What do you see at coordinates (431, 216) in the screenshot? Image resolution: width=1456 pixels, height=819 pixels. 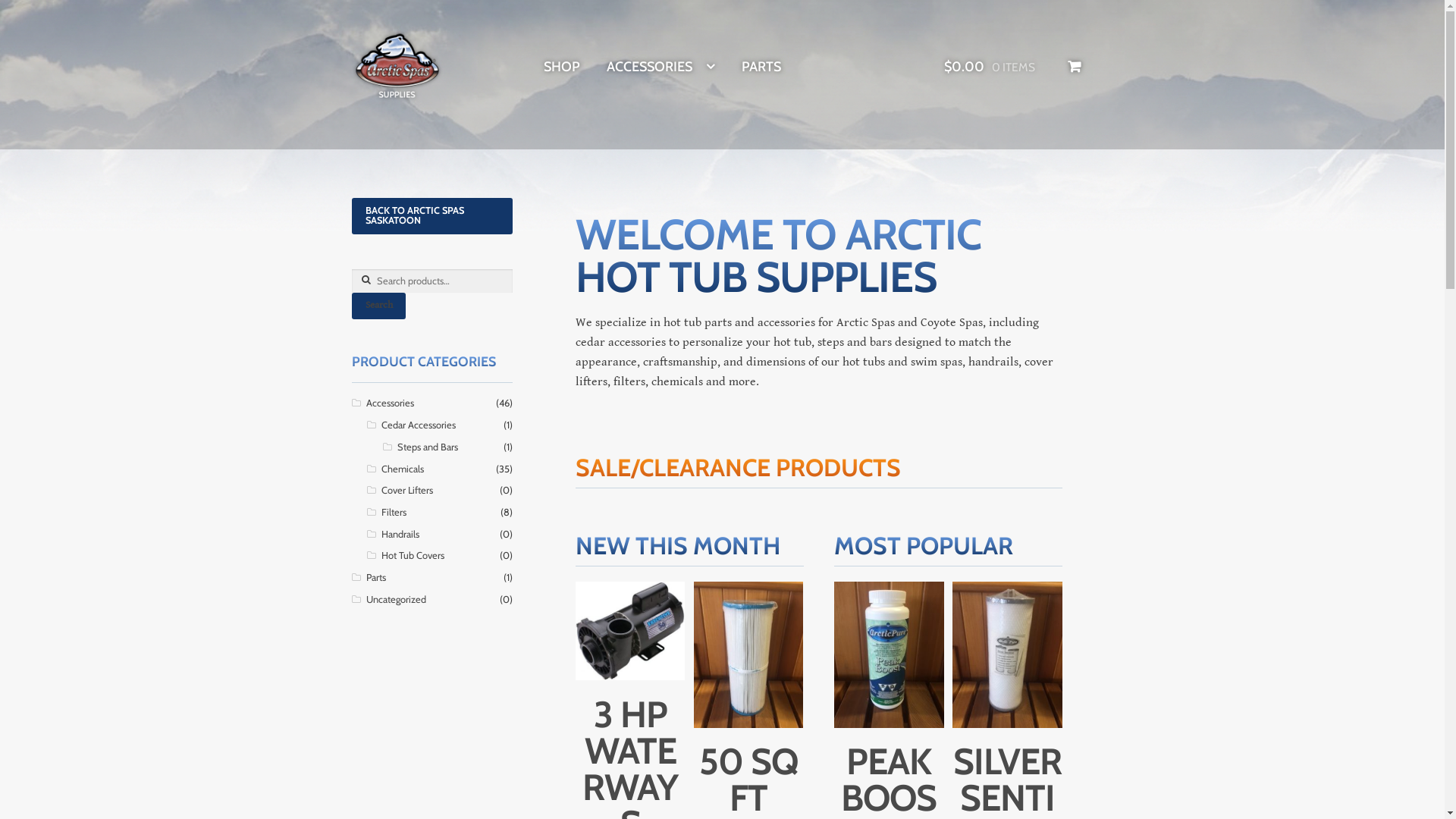 I see `'BACK TO ARCTIC SPAS SASKATOON'` at bounding box center [431, 216].